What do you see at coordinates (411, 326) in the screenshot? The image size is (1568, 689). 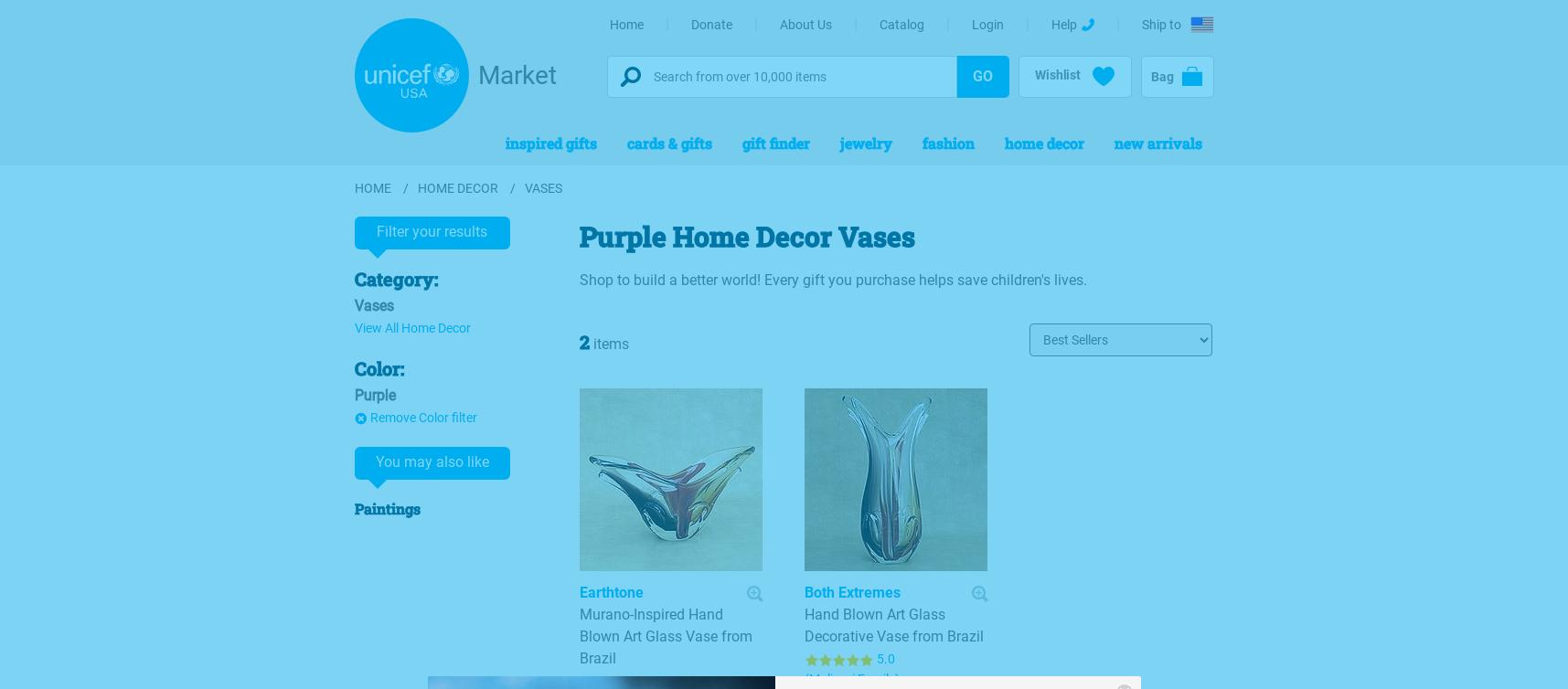 I see `'View All Home Decor'` at bounding box center [411, 326].